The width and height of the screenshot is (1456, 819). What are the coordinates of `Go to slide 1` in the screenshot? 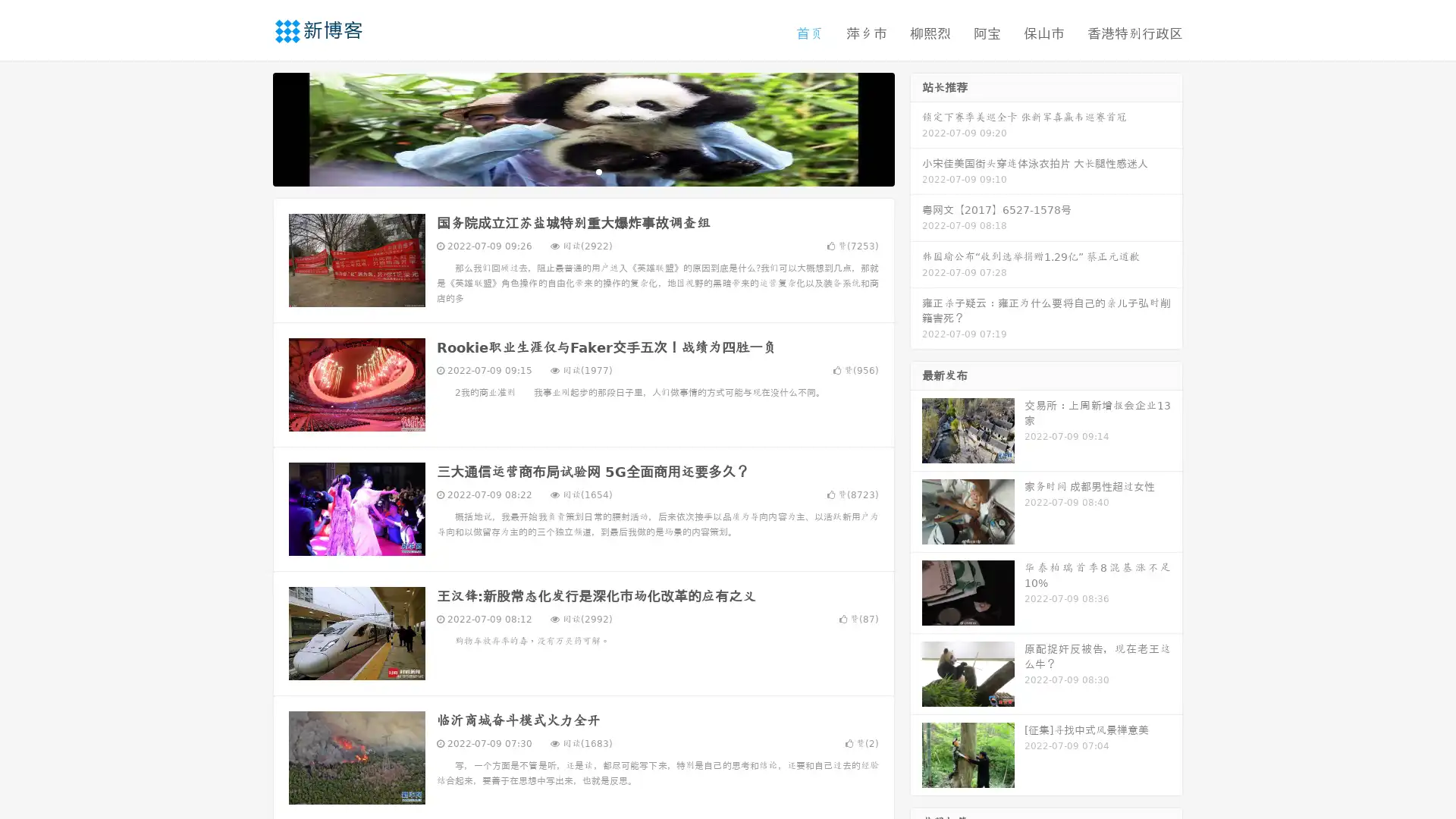 It's located at (567, 171).